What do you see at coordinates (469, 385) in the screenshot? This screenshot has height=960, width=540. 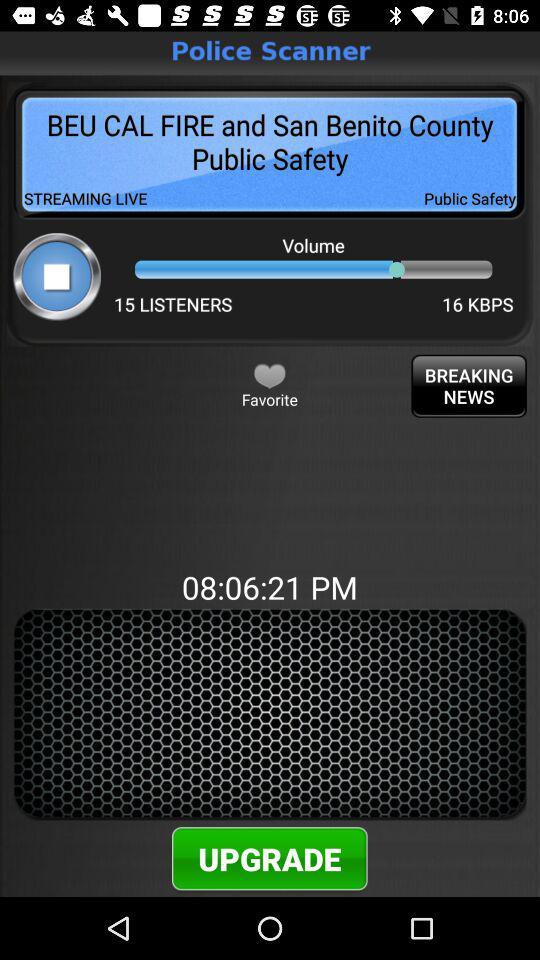 I see `the app to the right of favorite item` at bounding box center [469, 385].